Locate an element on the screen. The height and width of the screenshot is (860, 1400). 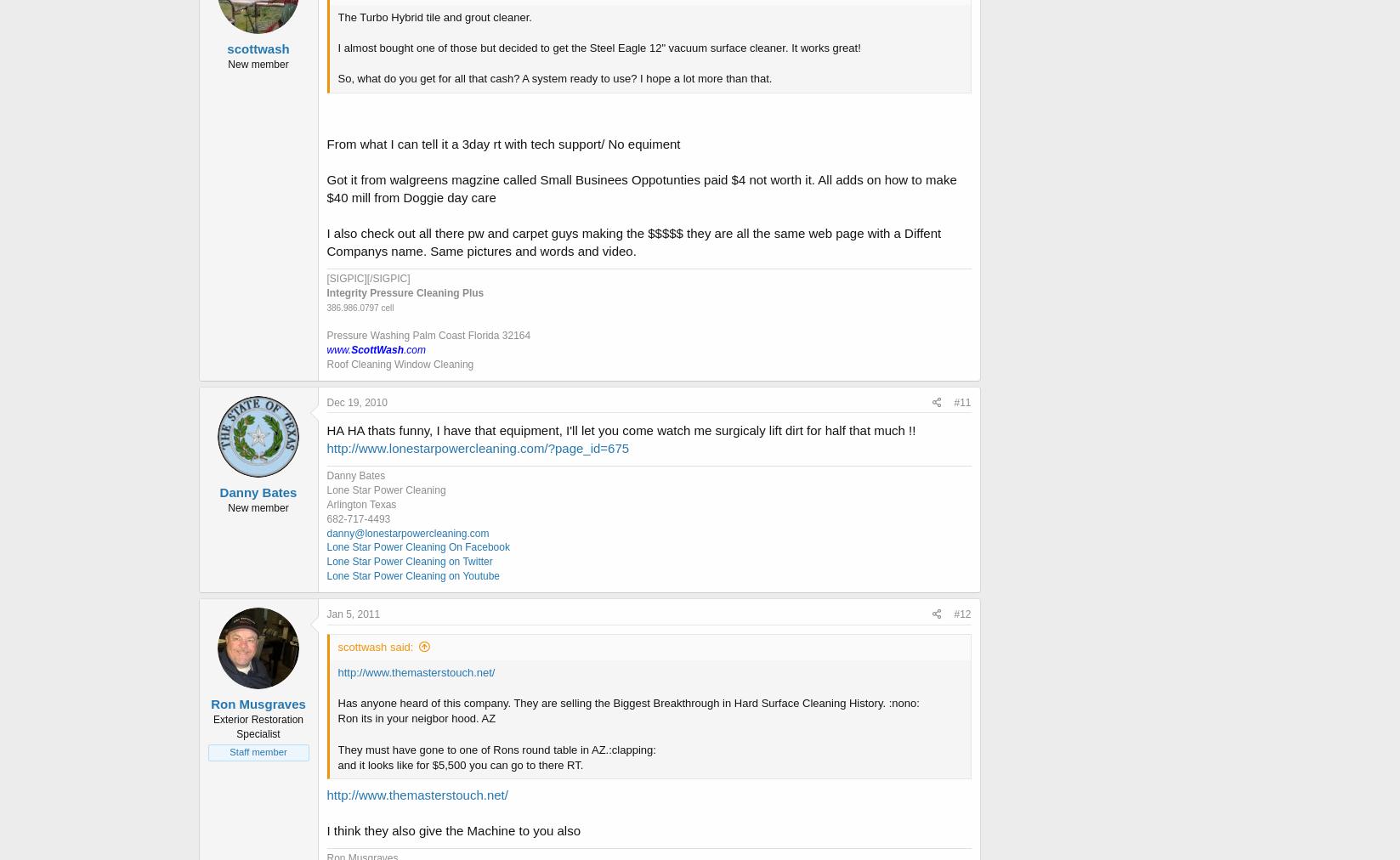
'Got it from walgreens magzine called Small Businees Oppotunties paid $4 not worth it. All adds on how to make $40 mill from Doggie day care' is located at coordinates (641, 189).